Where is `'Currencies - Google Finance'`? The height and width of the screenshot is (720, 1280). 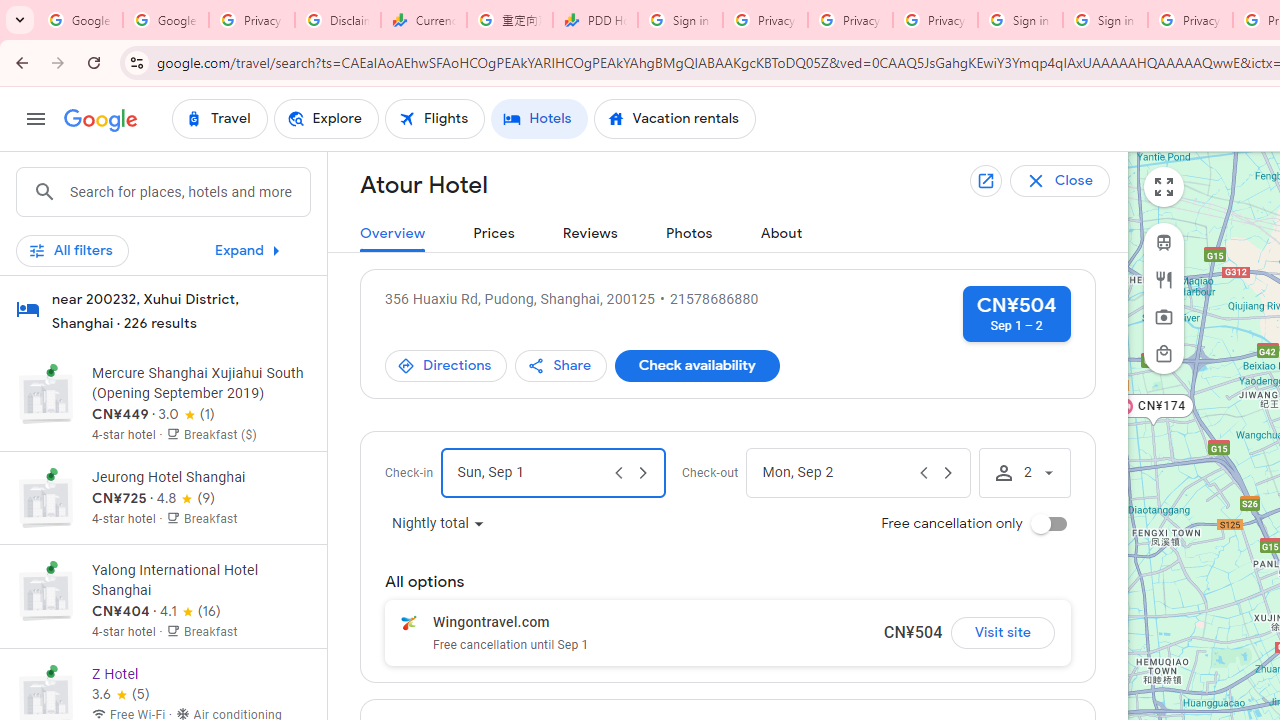
'Currencies - Google Finance' is located at coordinates (423, 20).